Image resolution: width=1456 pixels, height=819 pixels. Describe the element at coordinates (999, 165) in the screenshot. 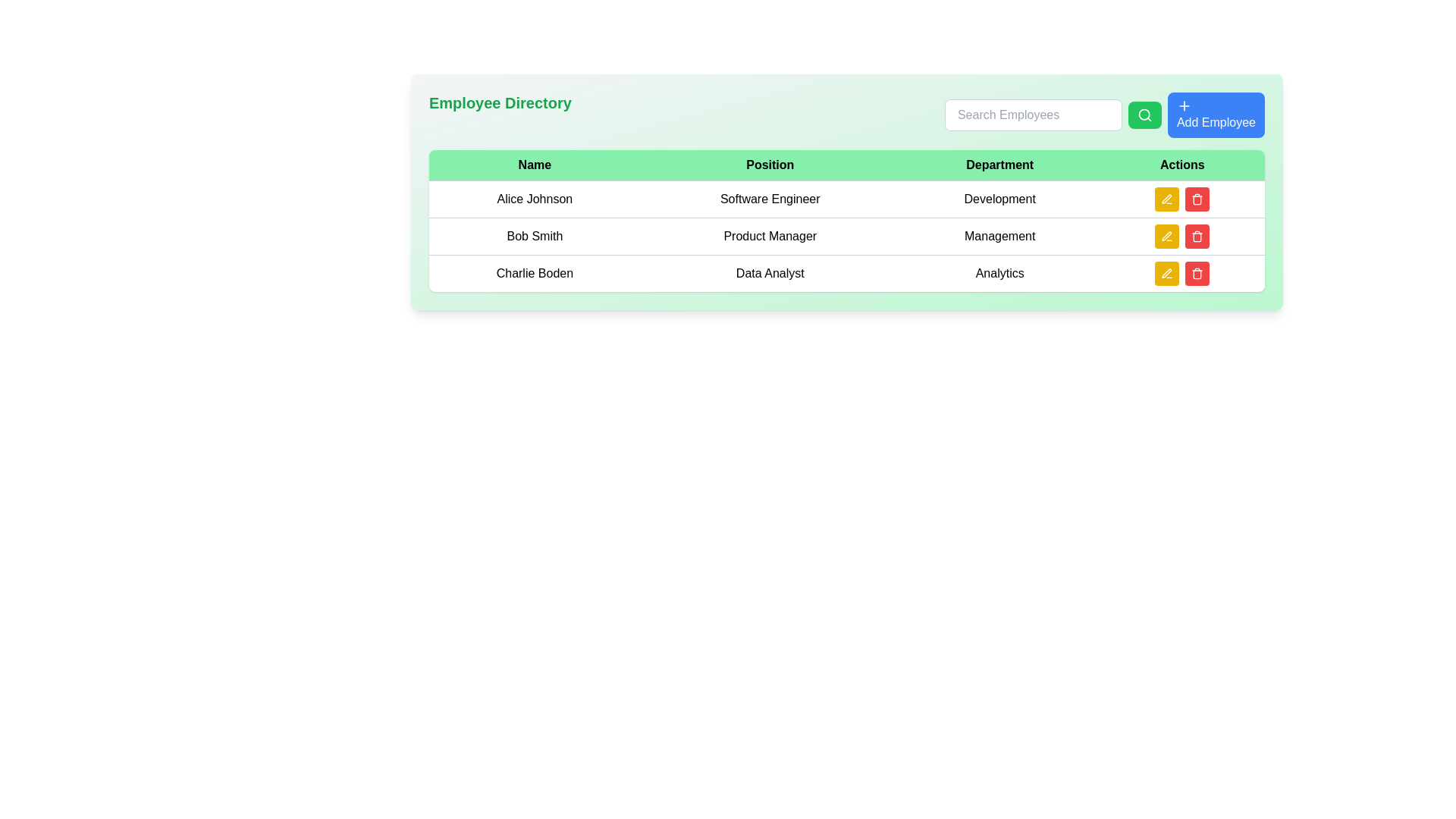

I see `the non-interactive text label displaying 'Department' in the header row of the table, styled in black font against a green background` at that location.